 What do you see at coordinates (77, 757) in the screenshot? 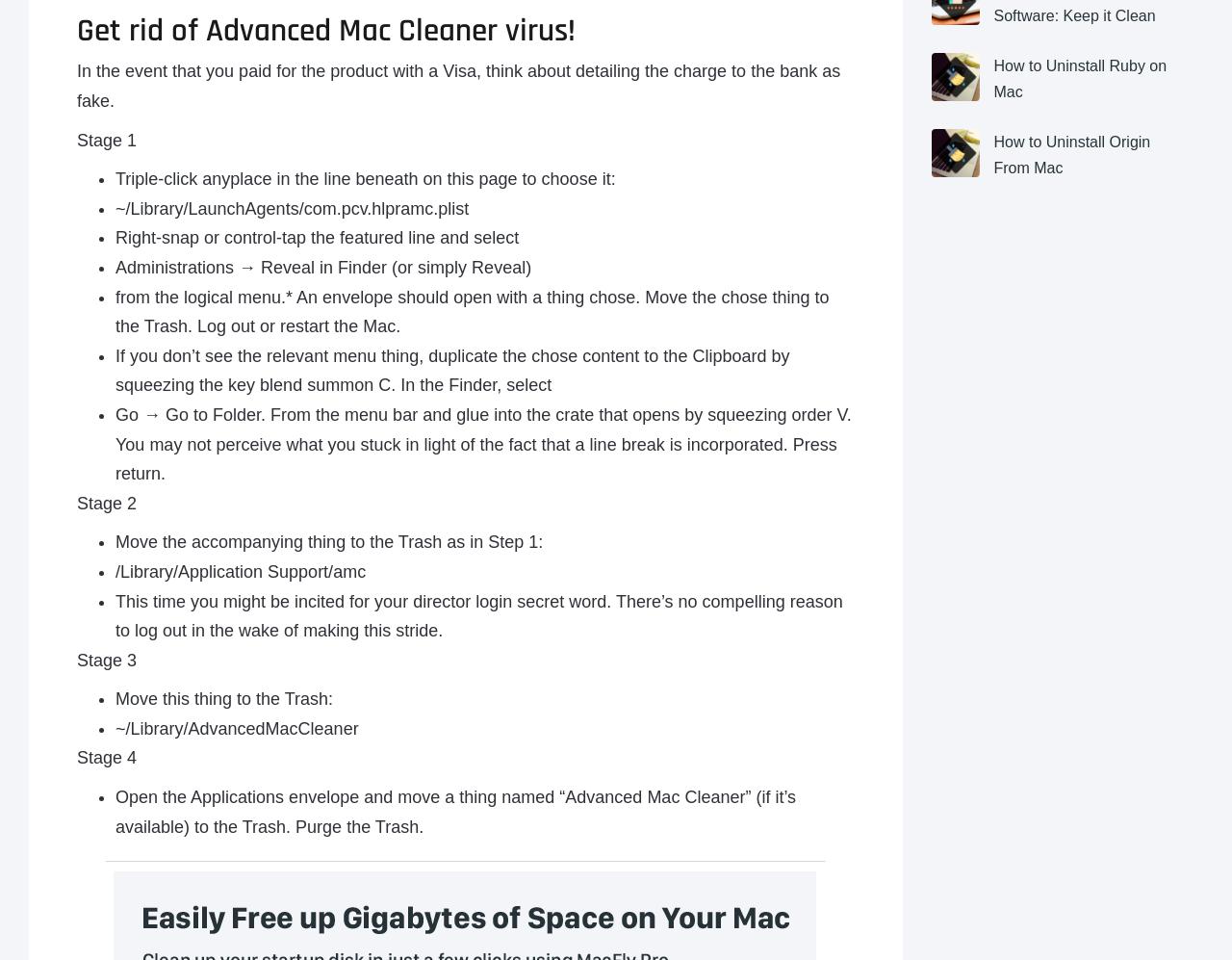
I see `'Stage 4'` at bounding box center [77, 757].